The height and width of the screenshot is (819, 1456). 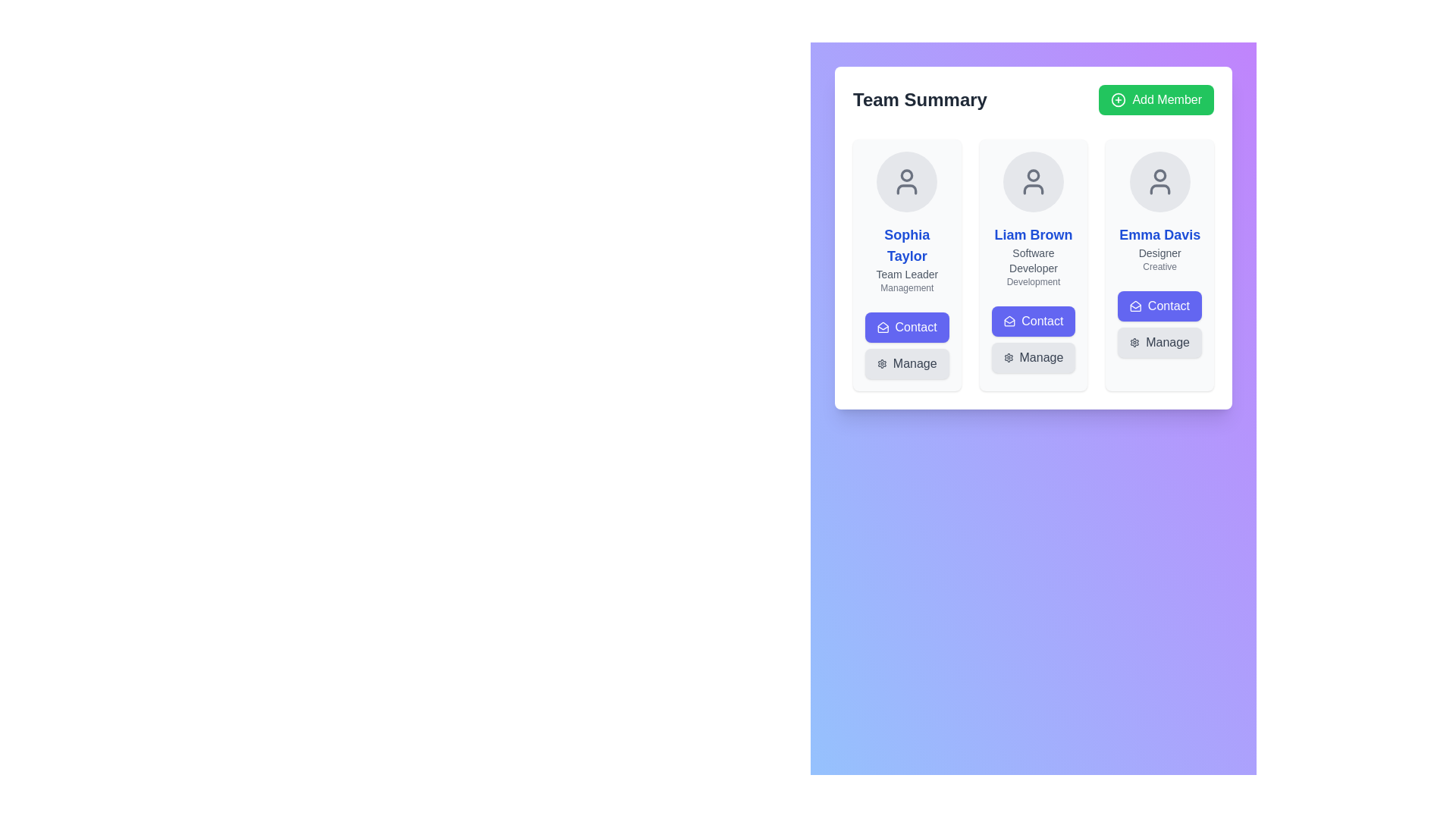 I want to click on the mail icon with an open envelope, which is styled with a purple background and located to the left of the 'Contact' label in the button, so click(x=883, y=327).